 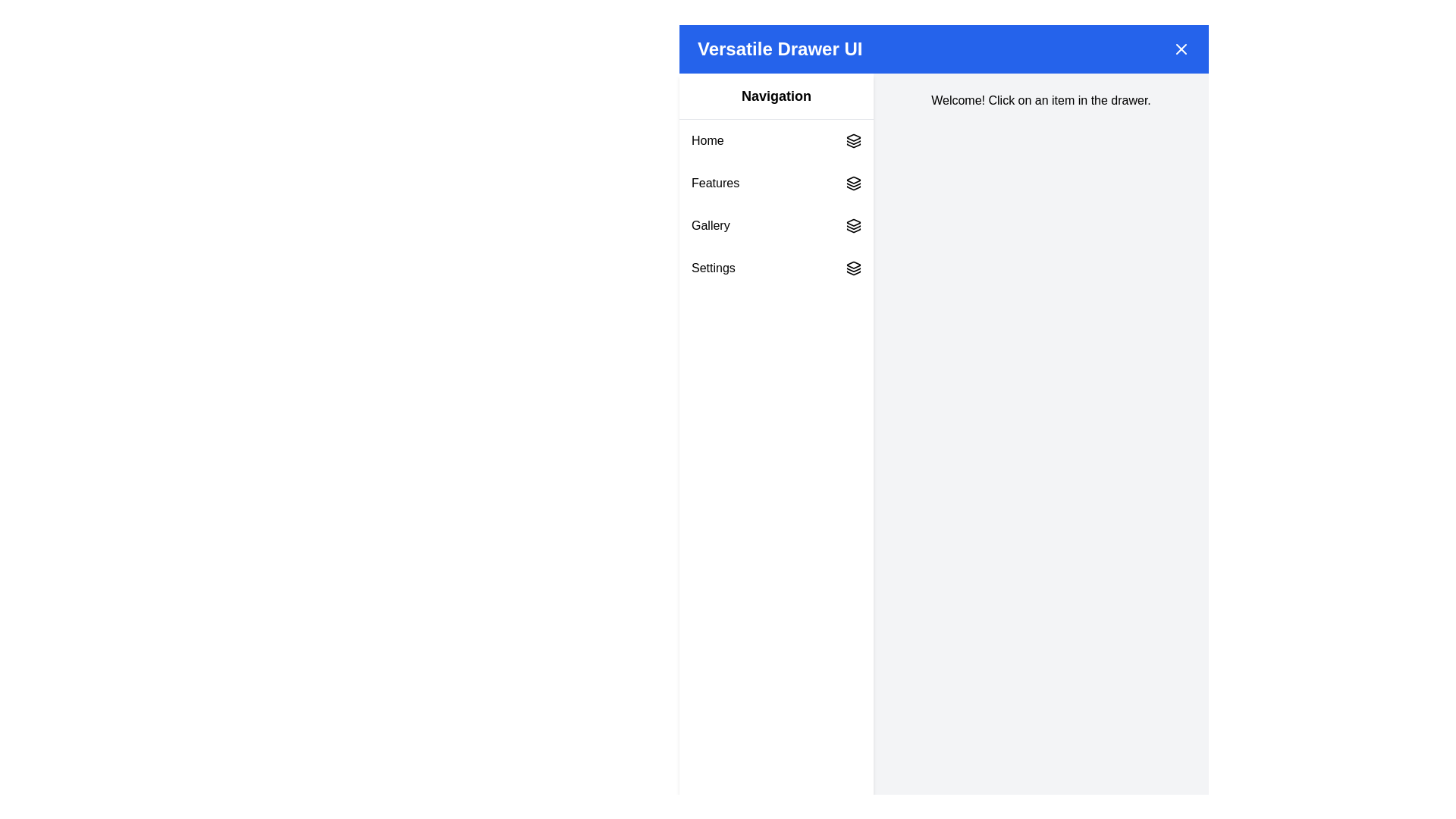 What do you see at coordinates (776, 268) in the screenshot?
I see `the 'Settings' menu item, which is the fourth item in the vertical navigation menu` at bounding box center [776, 268].